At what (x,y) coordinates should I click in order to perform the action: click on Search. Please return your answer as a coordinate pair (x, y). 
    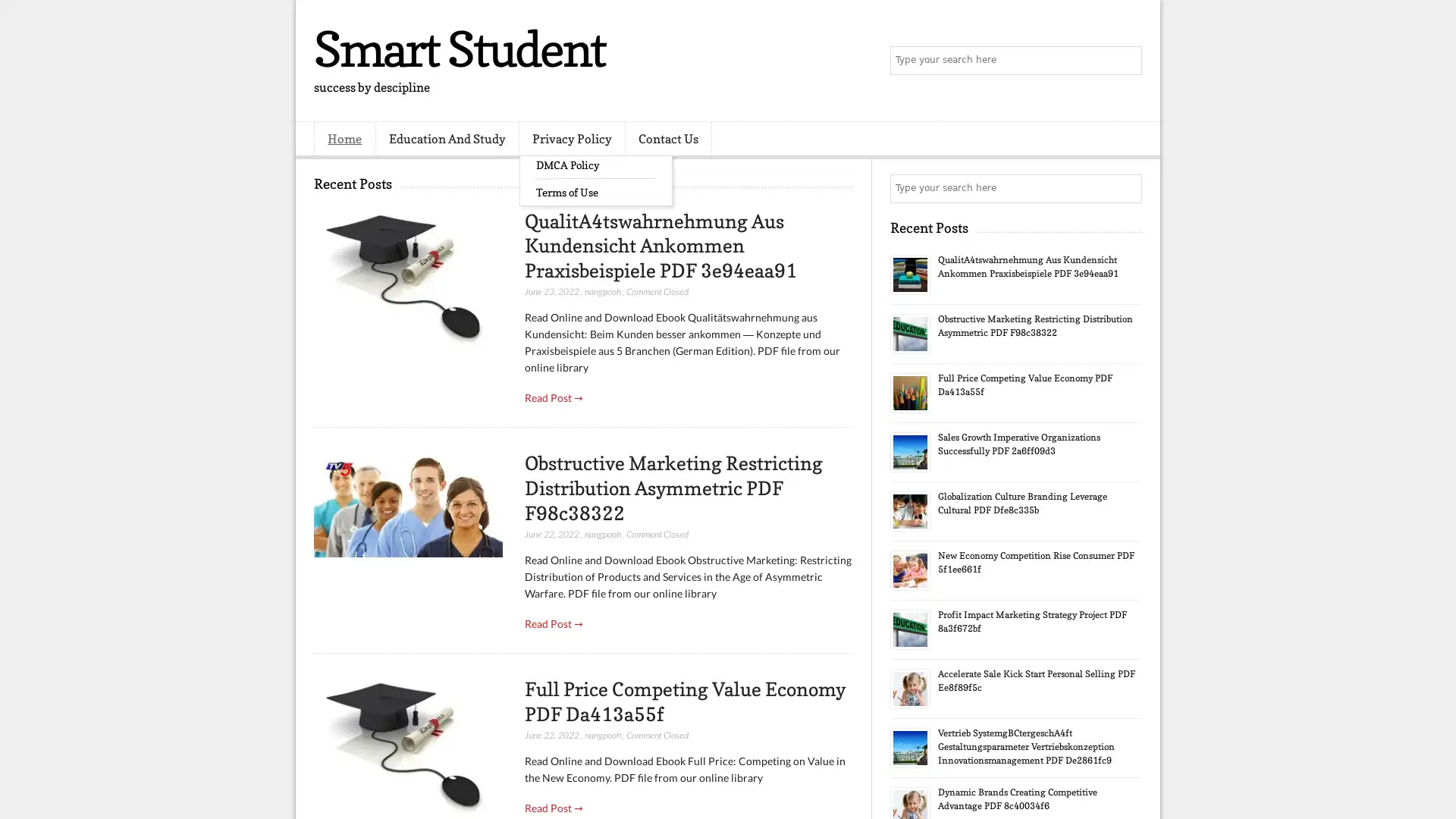
    Looking at the image, I should click on (1126, 61).